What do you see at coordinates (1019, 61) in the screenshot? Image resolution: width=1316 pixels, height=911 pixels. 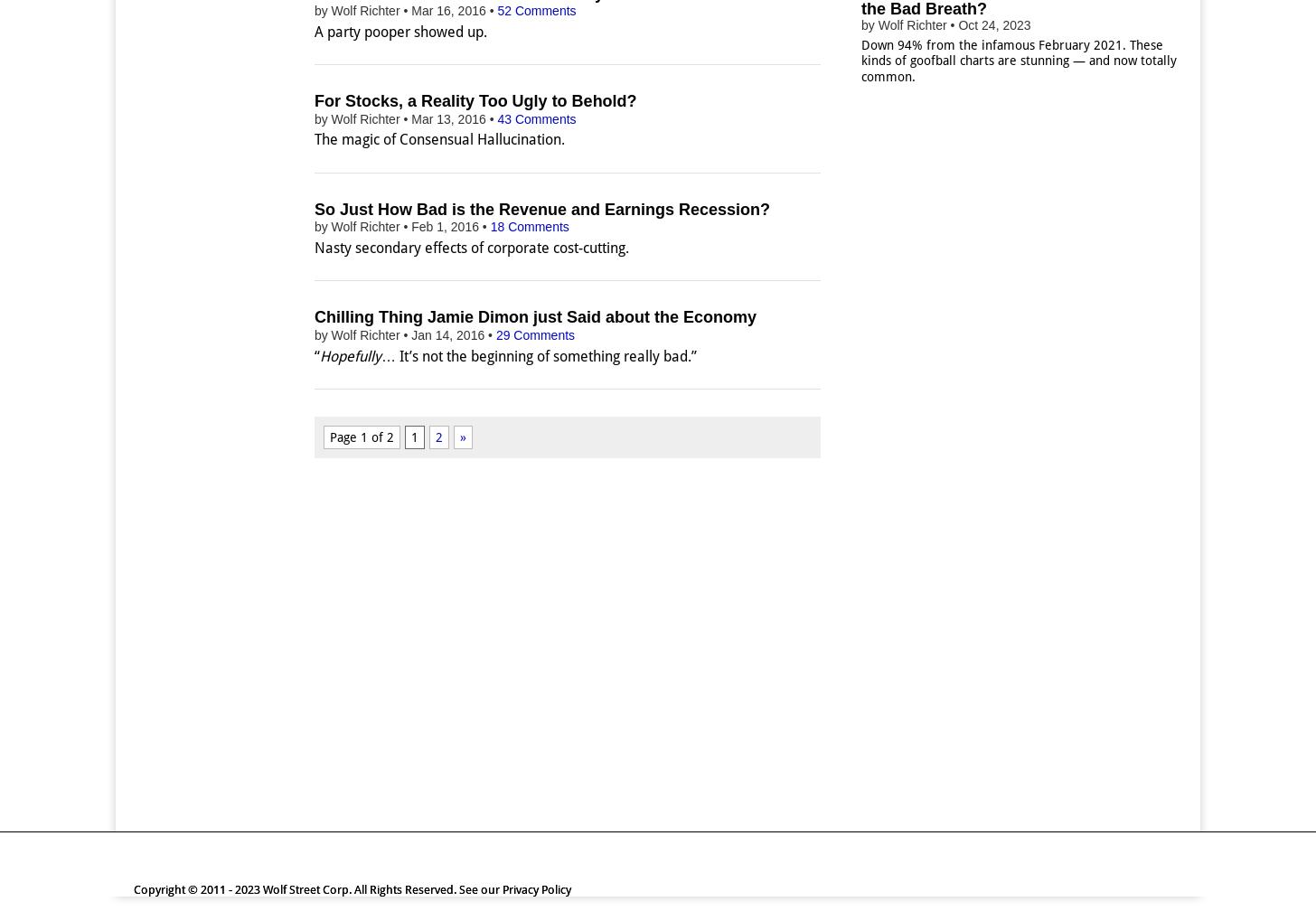 I see `'Down 94% from the infamous February 2021. These kinds of goofball charts are stunning — and now totally common.'` at bounding box center [1019, 61].